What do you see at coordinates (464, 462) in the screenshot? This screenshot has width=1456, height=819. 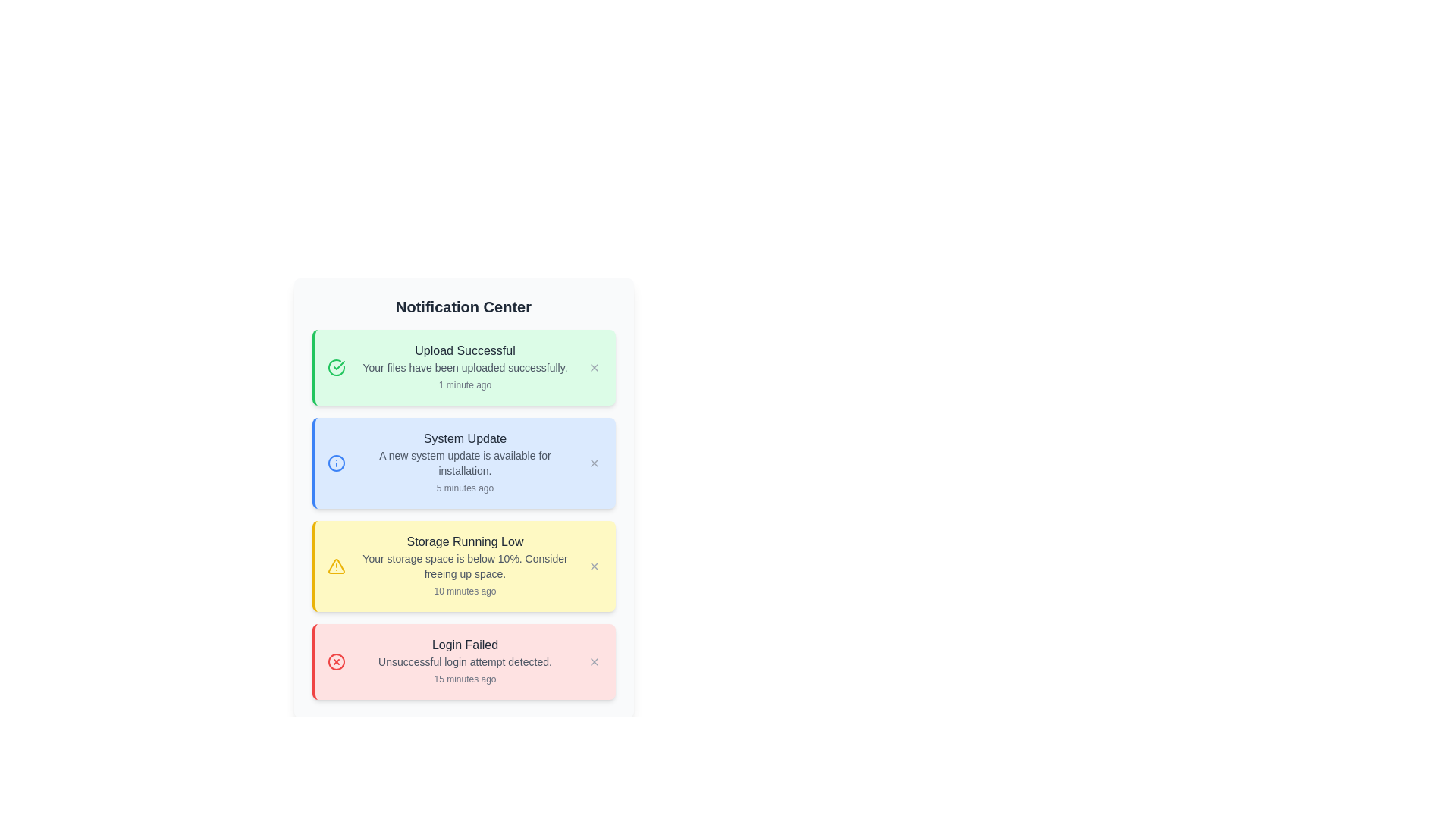 I see `text content of the Notification item titled 'System Update' which contains the description 'A new system update is available for installation.' and a timestamp '5 minutes ago'` at bounding box center [464, 462].